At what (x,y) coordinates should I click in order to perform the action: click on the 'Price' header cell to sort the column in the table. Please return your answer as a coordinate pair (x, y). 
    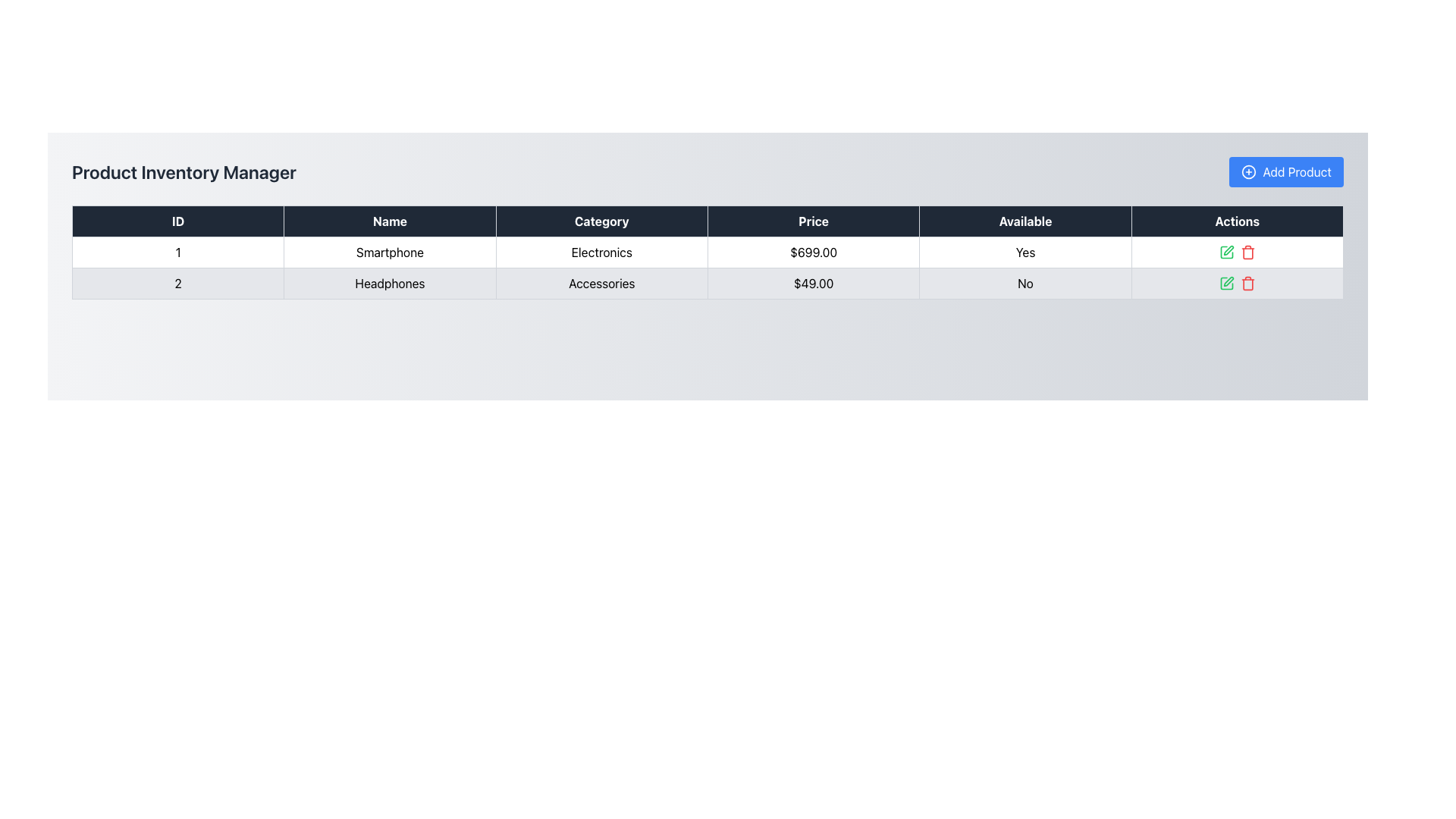
    Looking at the image, I should click on (813, 221).